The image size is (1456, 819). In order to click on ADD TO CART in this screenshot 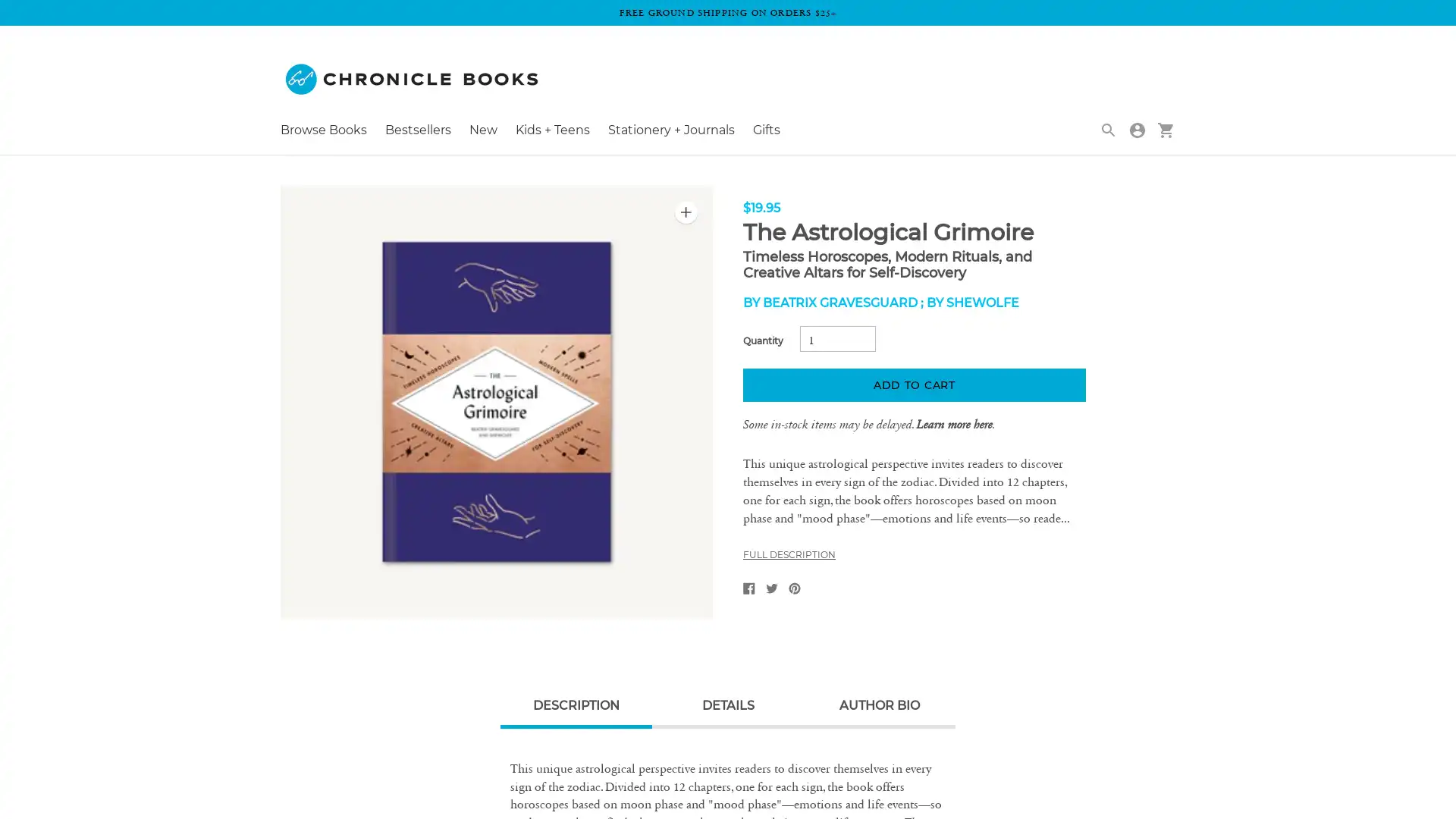, I will do `click(913, 384)`.